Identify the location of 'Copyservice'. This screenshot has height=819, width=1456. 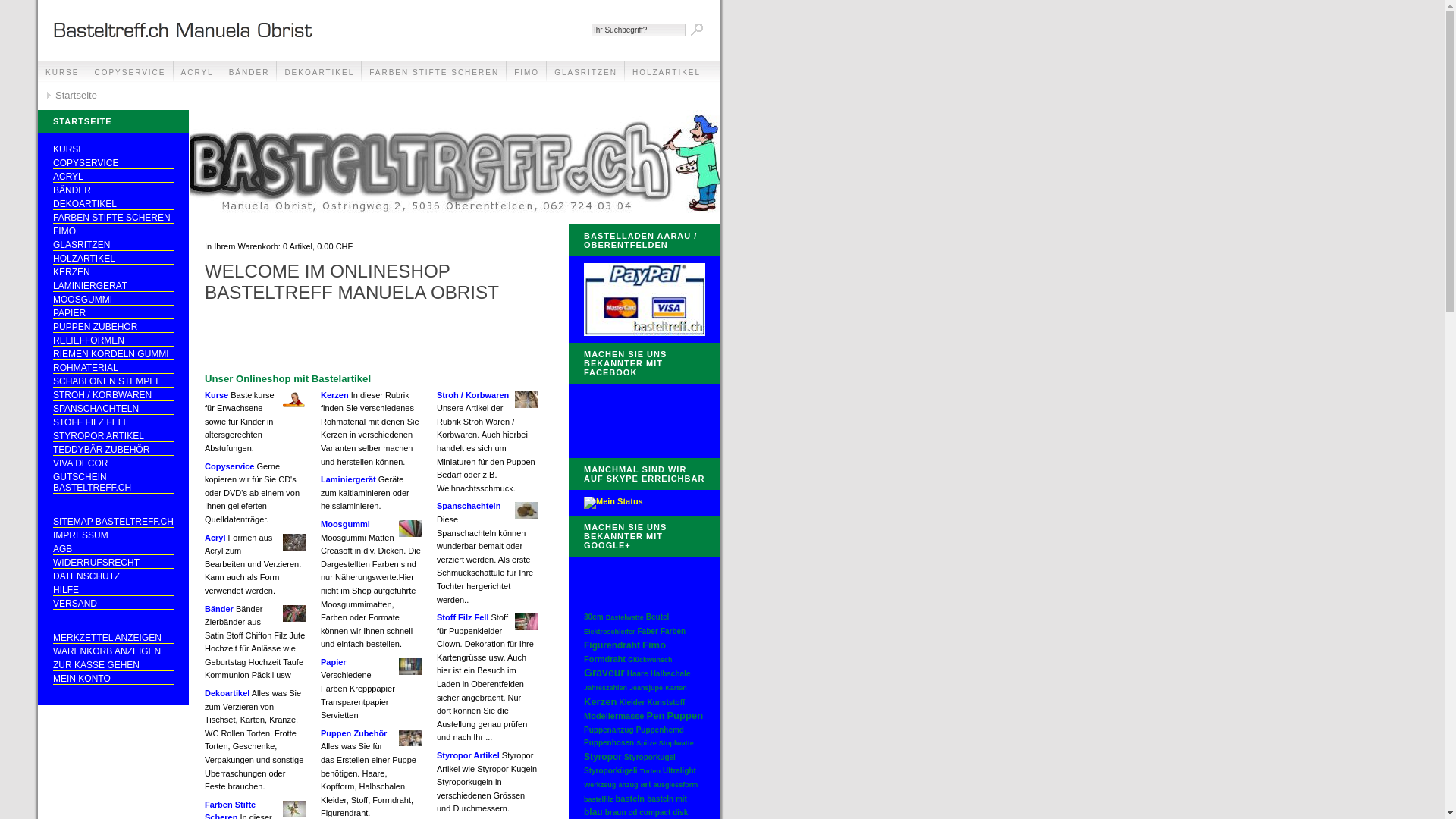
(203, 465).